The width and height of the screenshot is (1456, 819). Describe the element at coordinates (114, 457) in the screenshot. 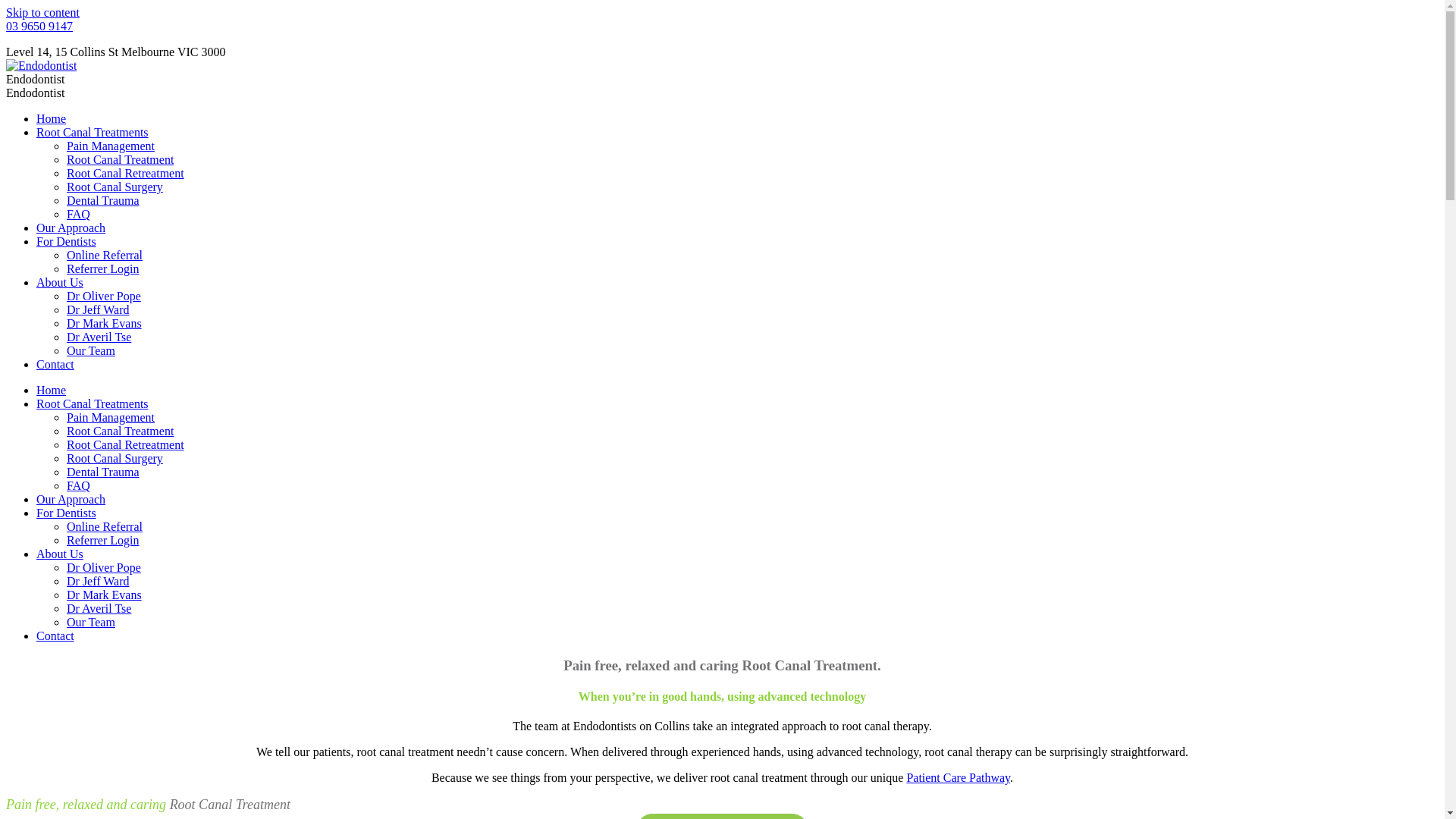

I see `'Root Canal Surgery'` at that location.